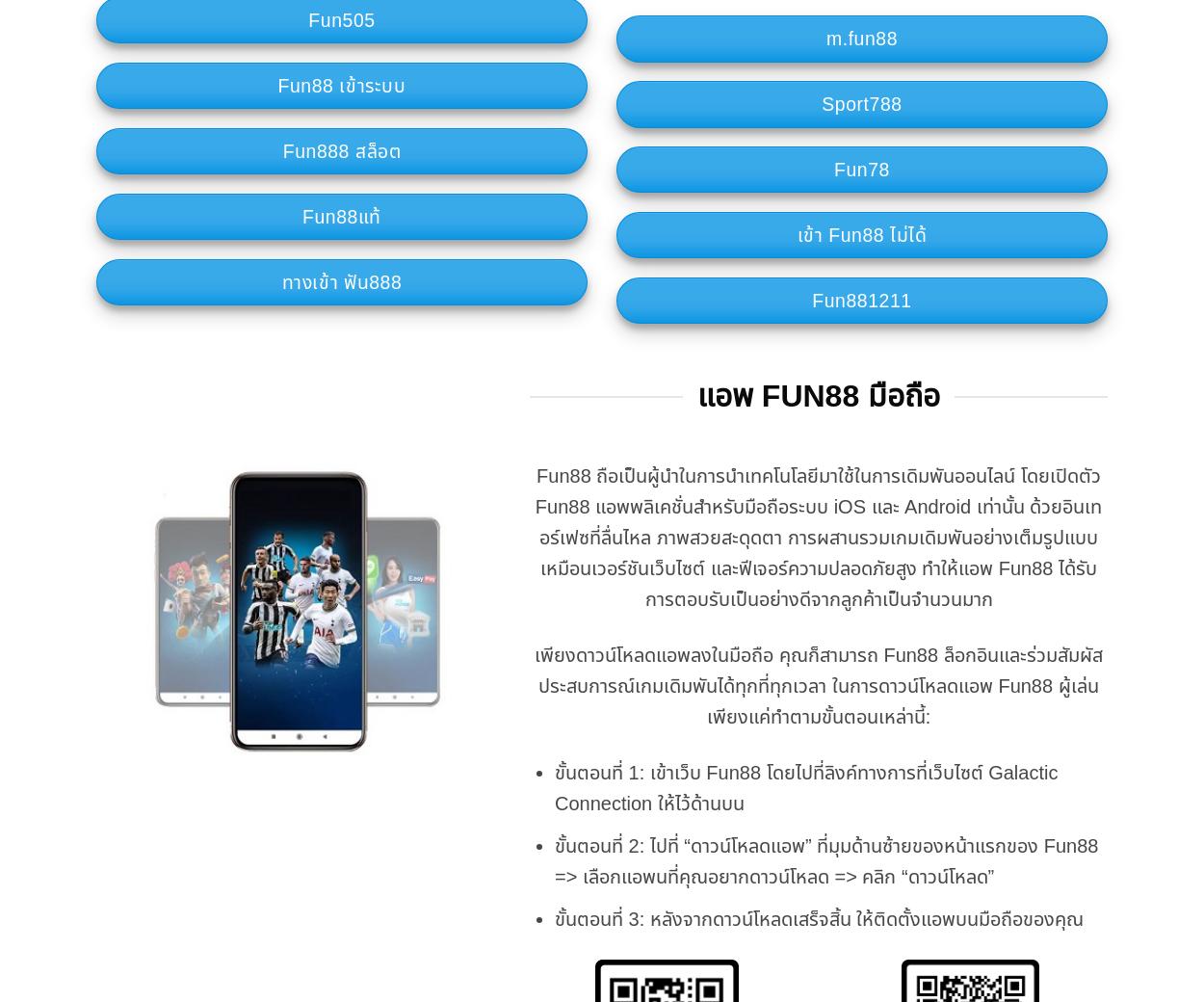 The height and width of the screenshot is (1002, 1204). Describe the element at coordinates (825, 859) in the screenshot. I see `'ขั้นตอนที่ 2: ไปที่ “ดาวน์โหลดแอพ” ที่มุมด้านซ้ายของหน้าแรกของ Fun88 => เลือกแอพนที่คุณอยากดาวน์โหลด => คลิก “ดาวน์โหลด”'` at that location.